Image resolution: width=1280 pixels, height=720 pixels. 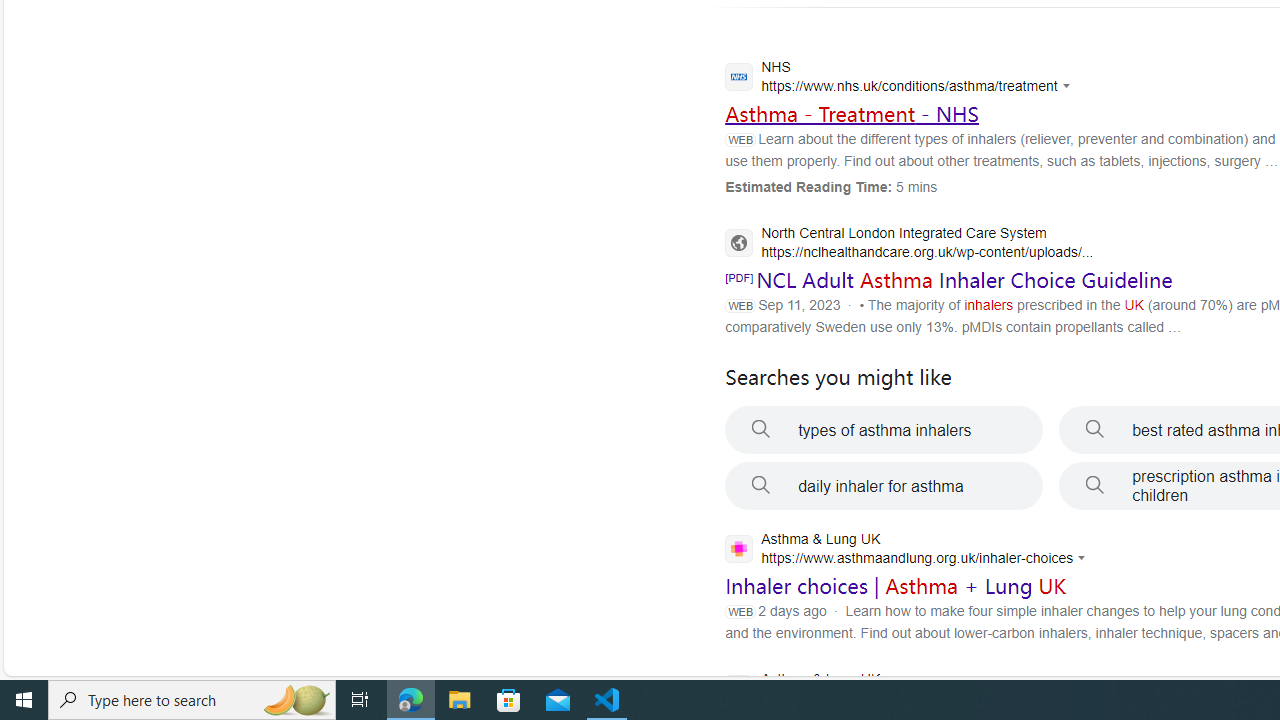 What do you see at coordinates (738, 549) in the screenshot?
I see `'Global web icon'` at bounding box center [738, 549].